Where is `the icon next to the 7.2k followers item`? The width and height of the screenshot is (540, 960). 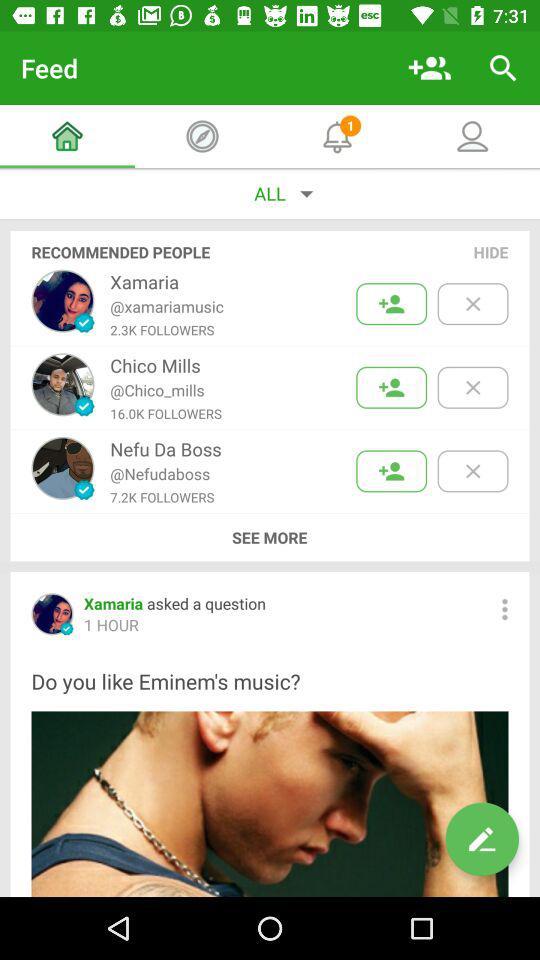 the icon next to the 7.2k followers item is located at coordinates (269, 536).